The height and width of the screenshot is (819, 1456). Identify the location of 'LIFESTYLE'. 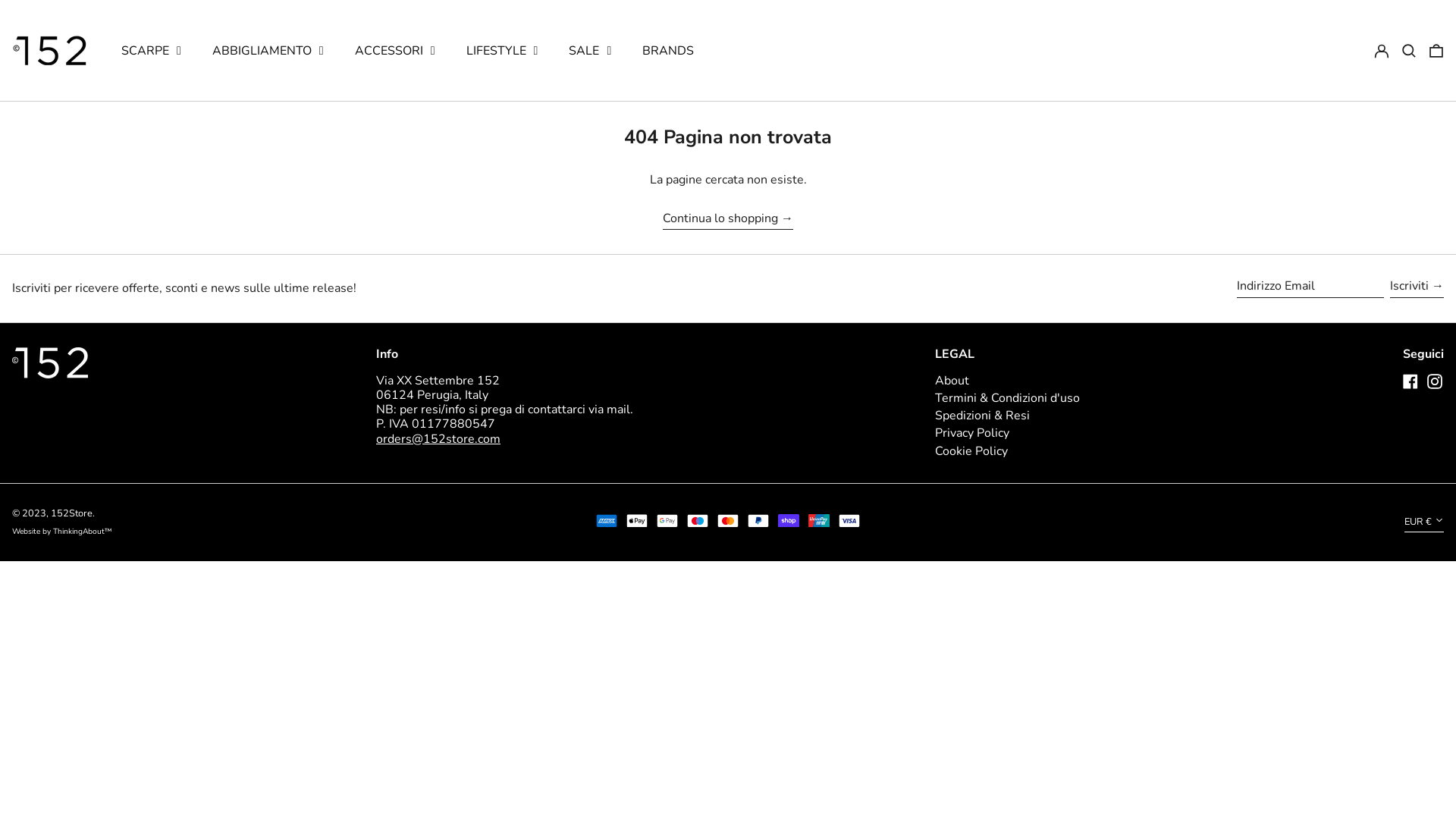
(502, 49).